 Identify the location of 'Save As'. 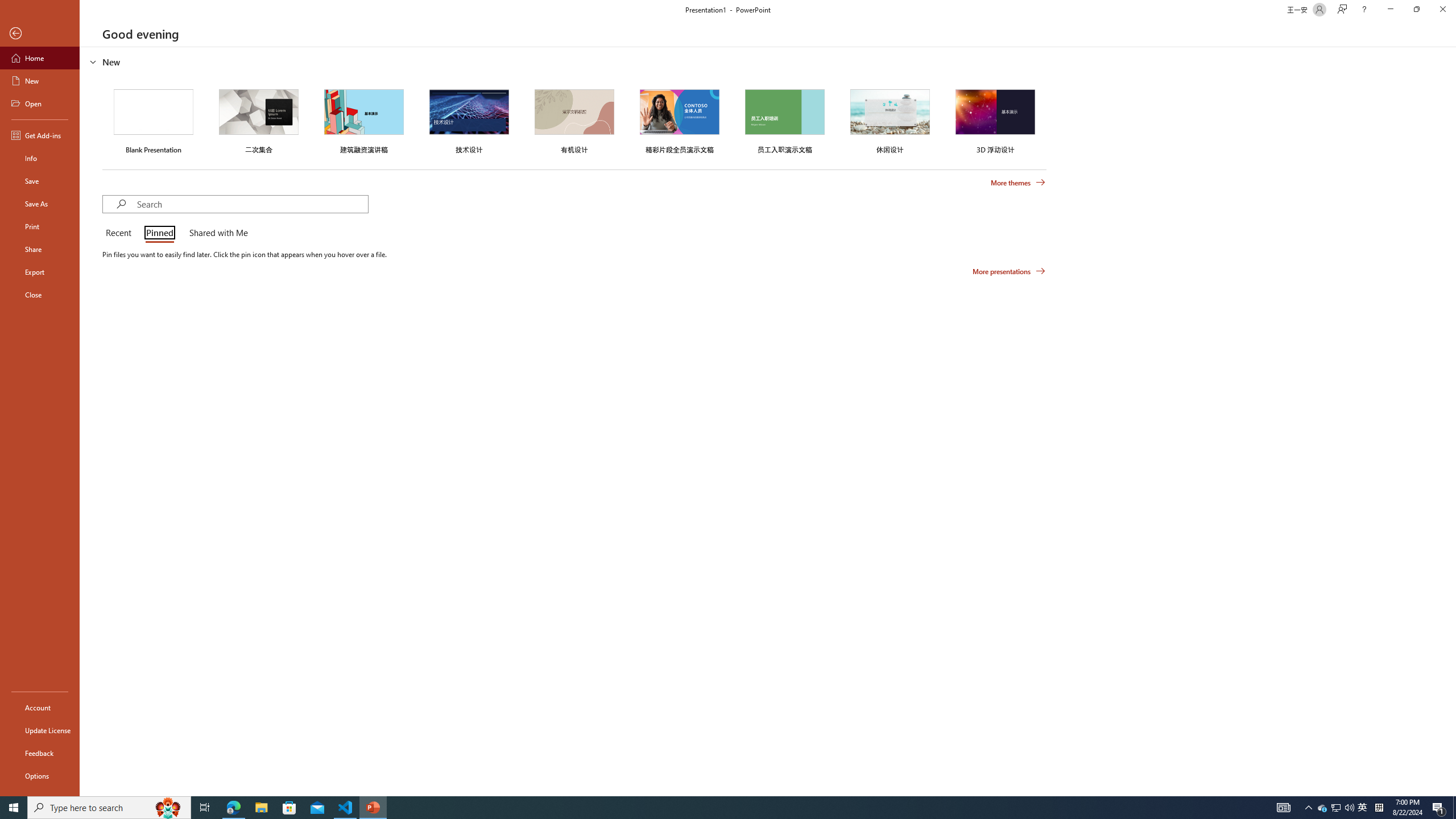
(39, 202).